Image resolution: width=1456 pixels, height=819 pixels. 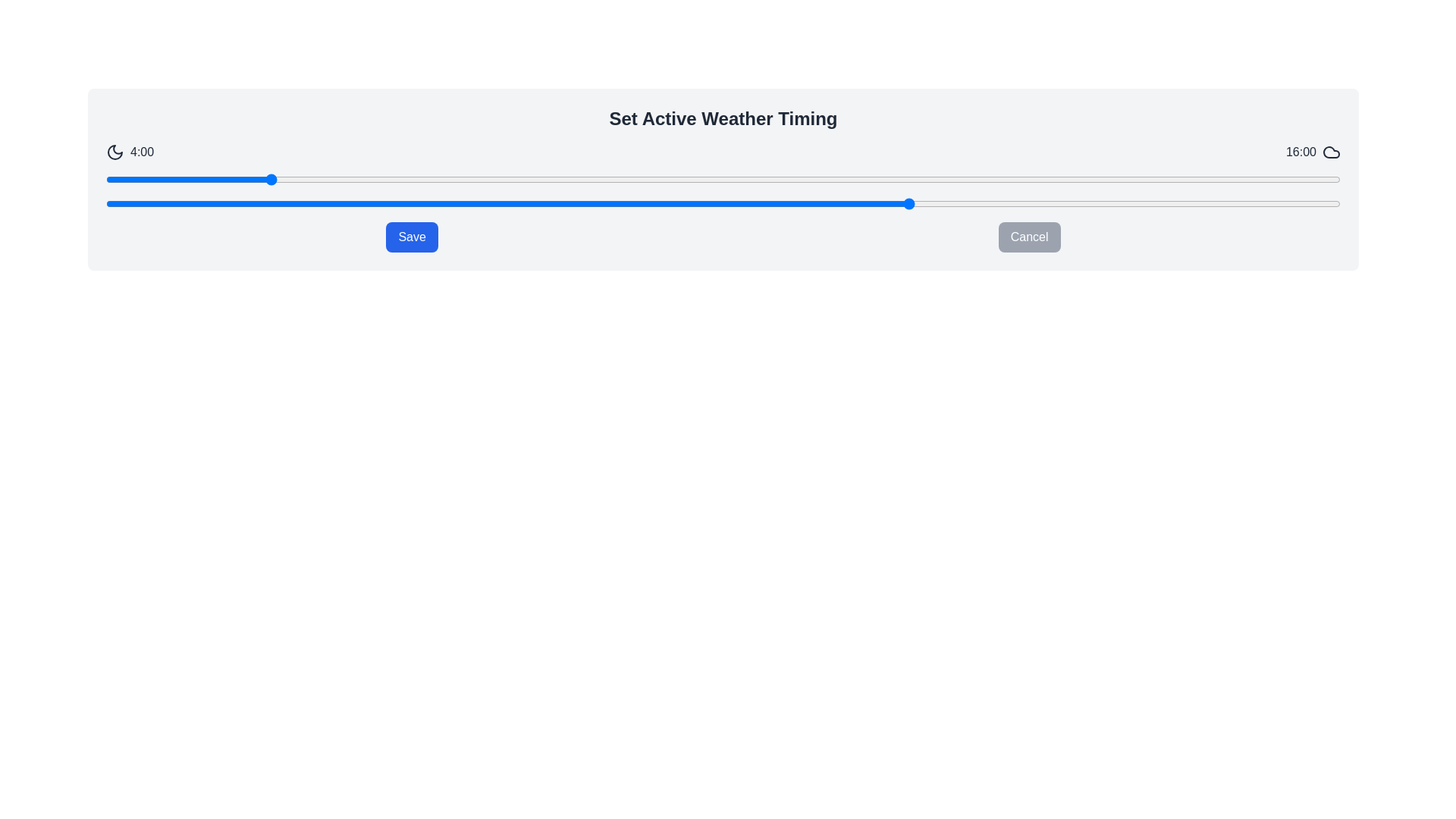 What do you see at coordinates (588, 203) in the screenshot?
I see `the slider` at bounding box center [588, 203].